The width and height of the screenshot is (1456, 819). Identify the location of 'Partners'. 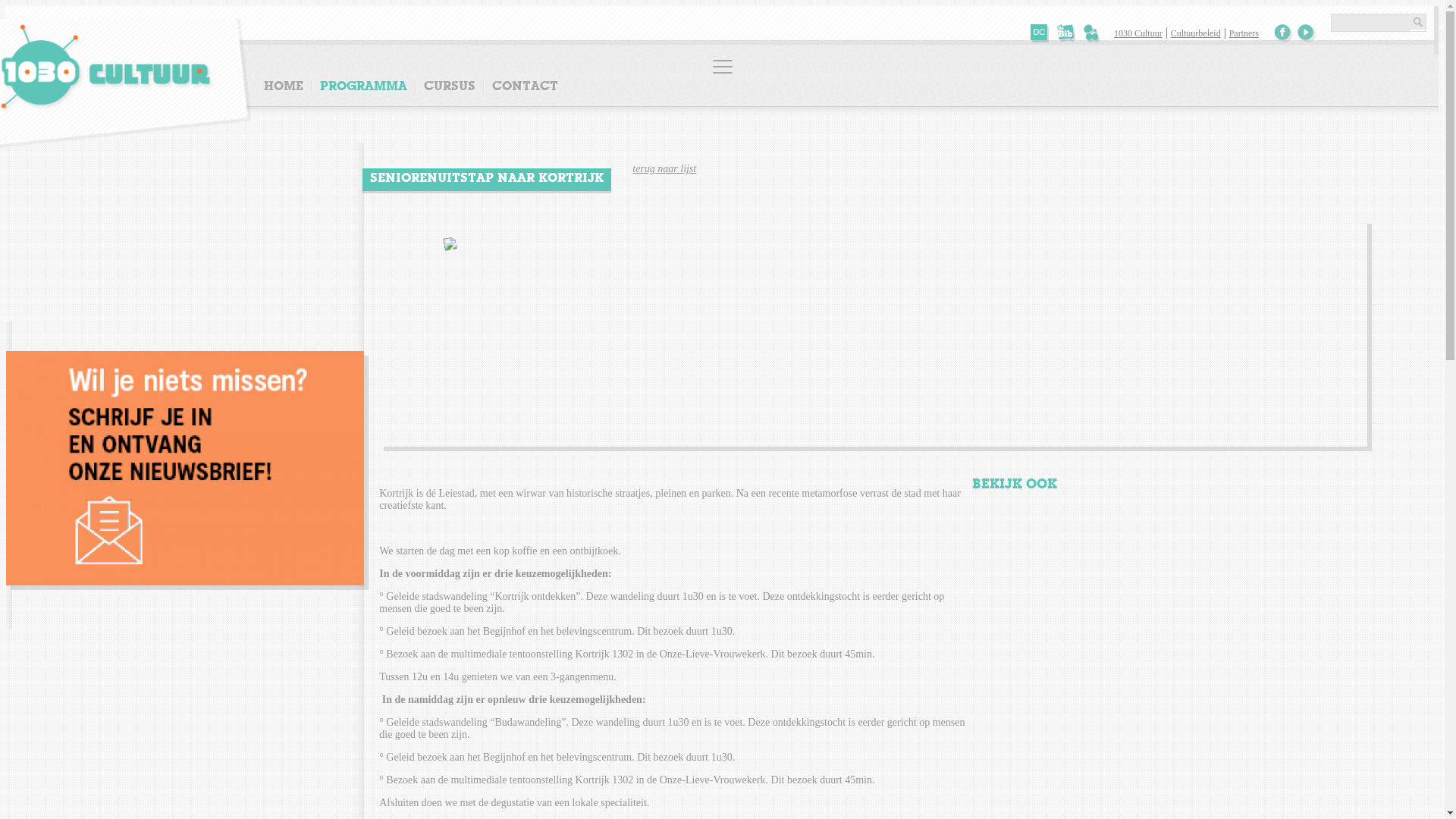
(1244, 33).